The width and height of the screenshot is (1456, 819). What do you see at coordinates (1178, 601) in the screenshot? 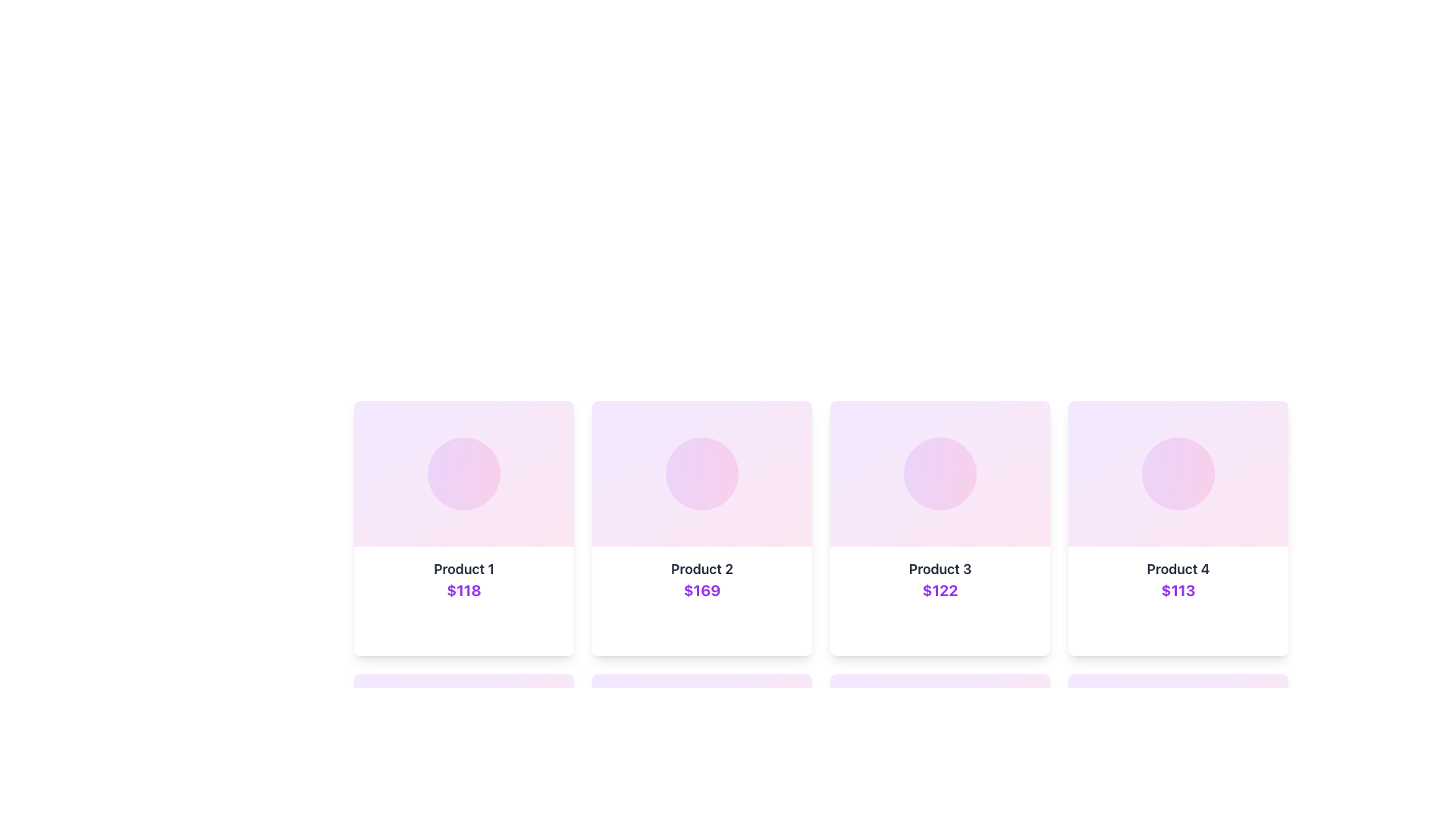
I see `the Product Information Section displaying 'Product 4' priced at $113 to focus on it` at bounding box center [1178, 601].